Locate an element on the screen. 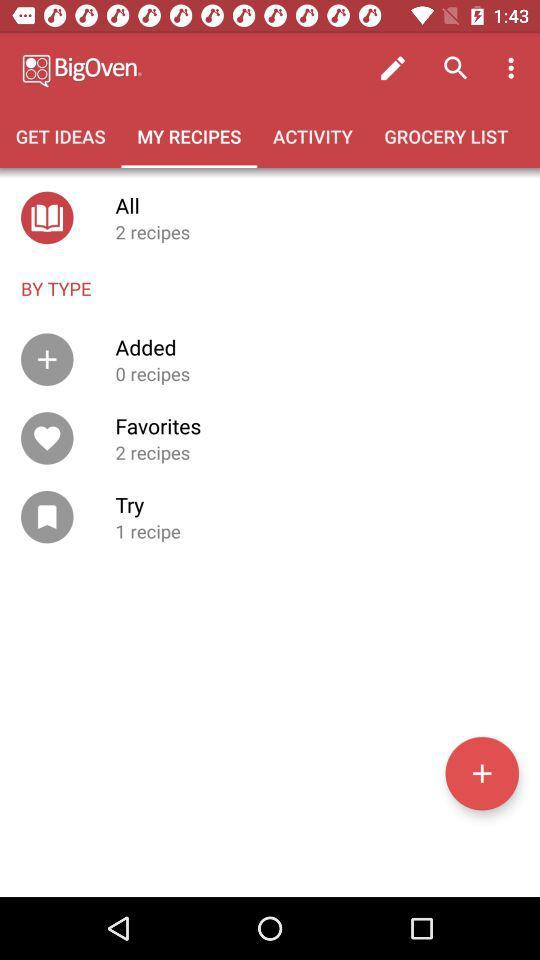  icon above grocery list icon is located at coordinates (393, 68).